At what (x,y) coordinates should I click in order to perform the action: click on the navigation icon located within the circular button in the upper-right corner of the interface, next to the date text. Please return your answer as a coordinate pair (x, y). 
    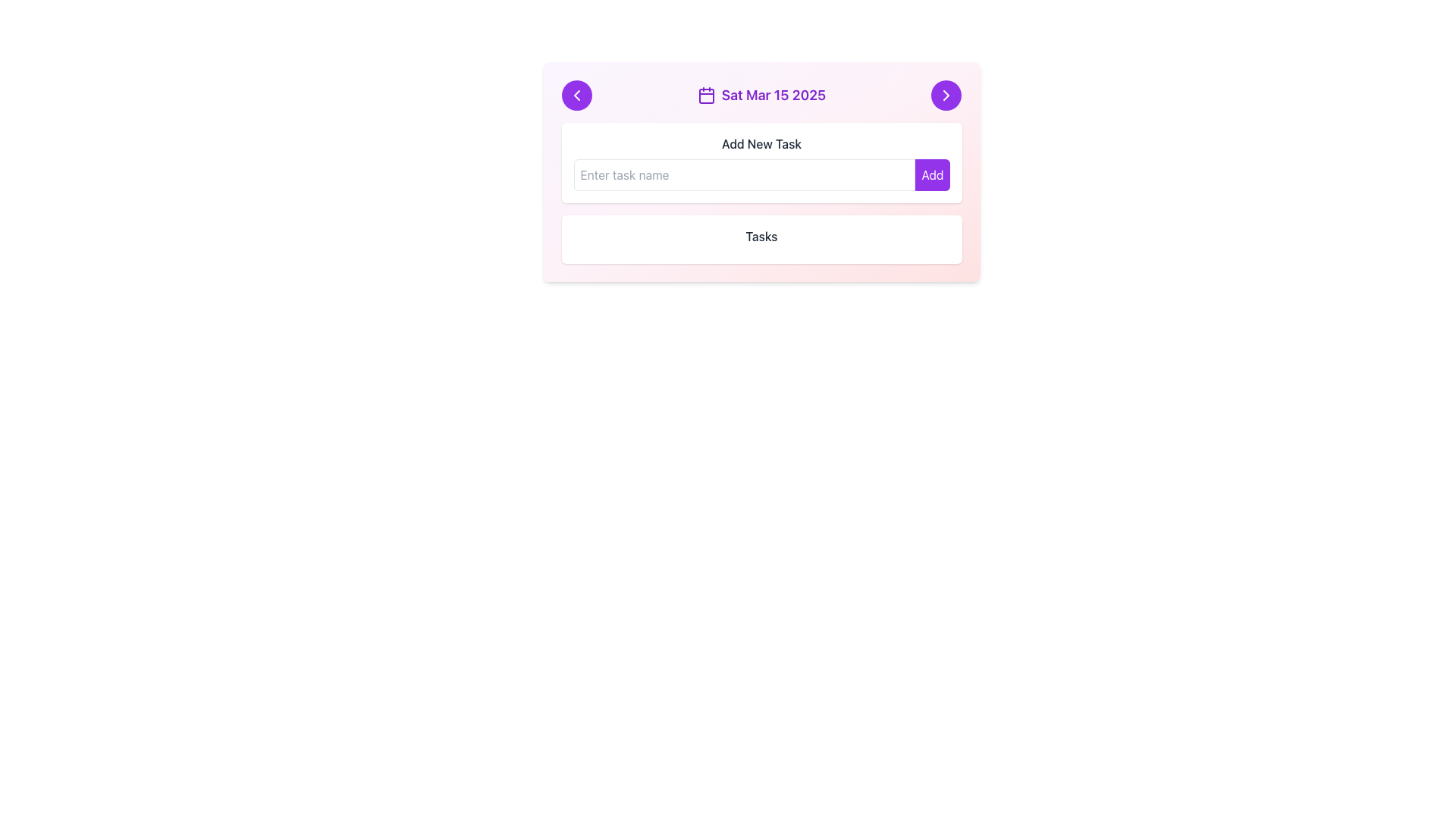
    Looking at the image, I should click on (946, 96).